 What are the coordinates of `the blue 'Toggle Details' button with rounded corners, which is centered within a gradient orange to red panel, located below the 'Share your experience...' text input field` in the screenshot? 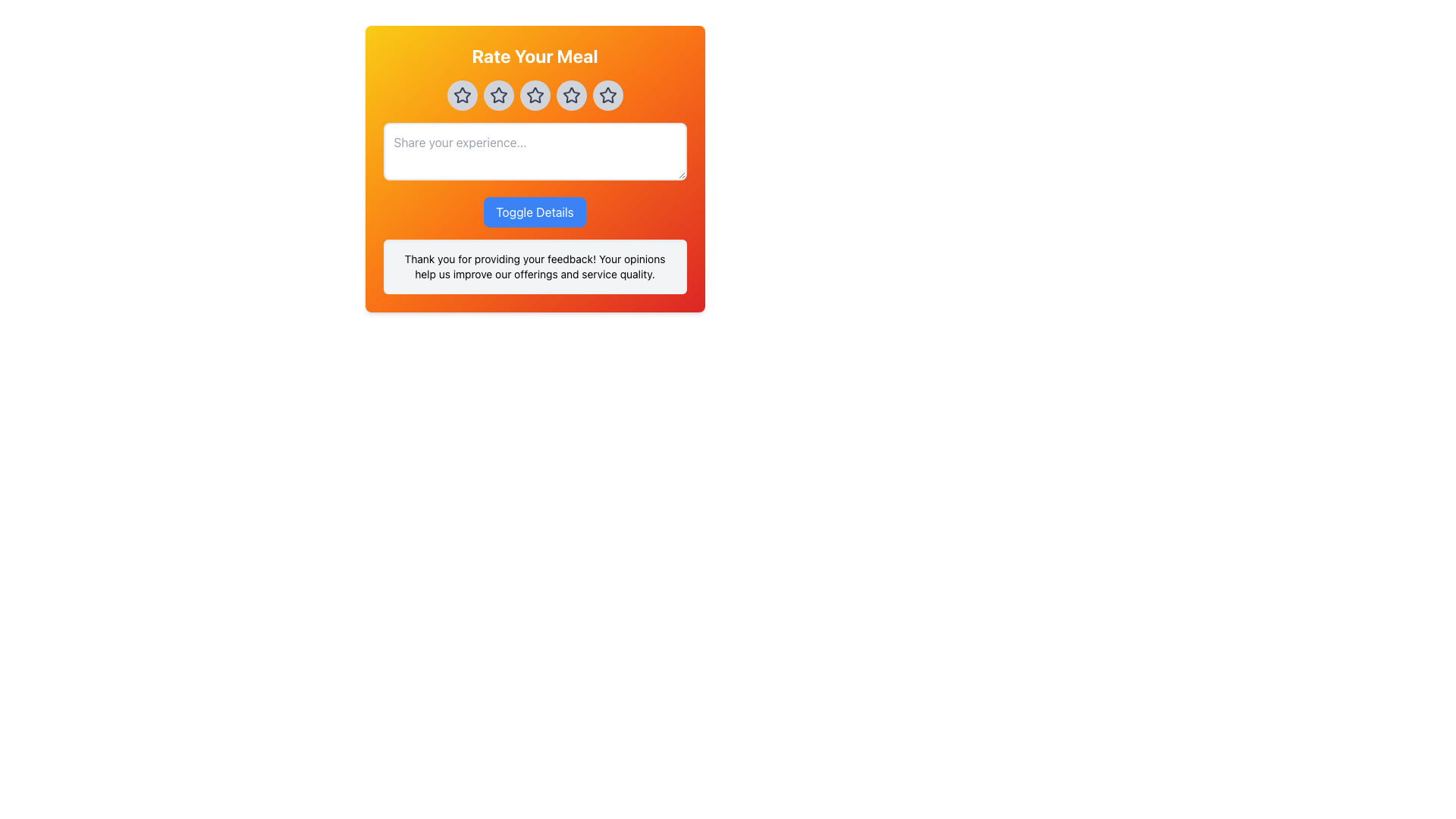 It's located at (535, 212).